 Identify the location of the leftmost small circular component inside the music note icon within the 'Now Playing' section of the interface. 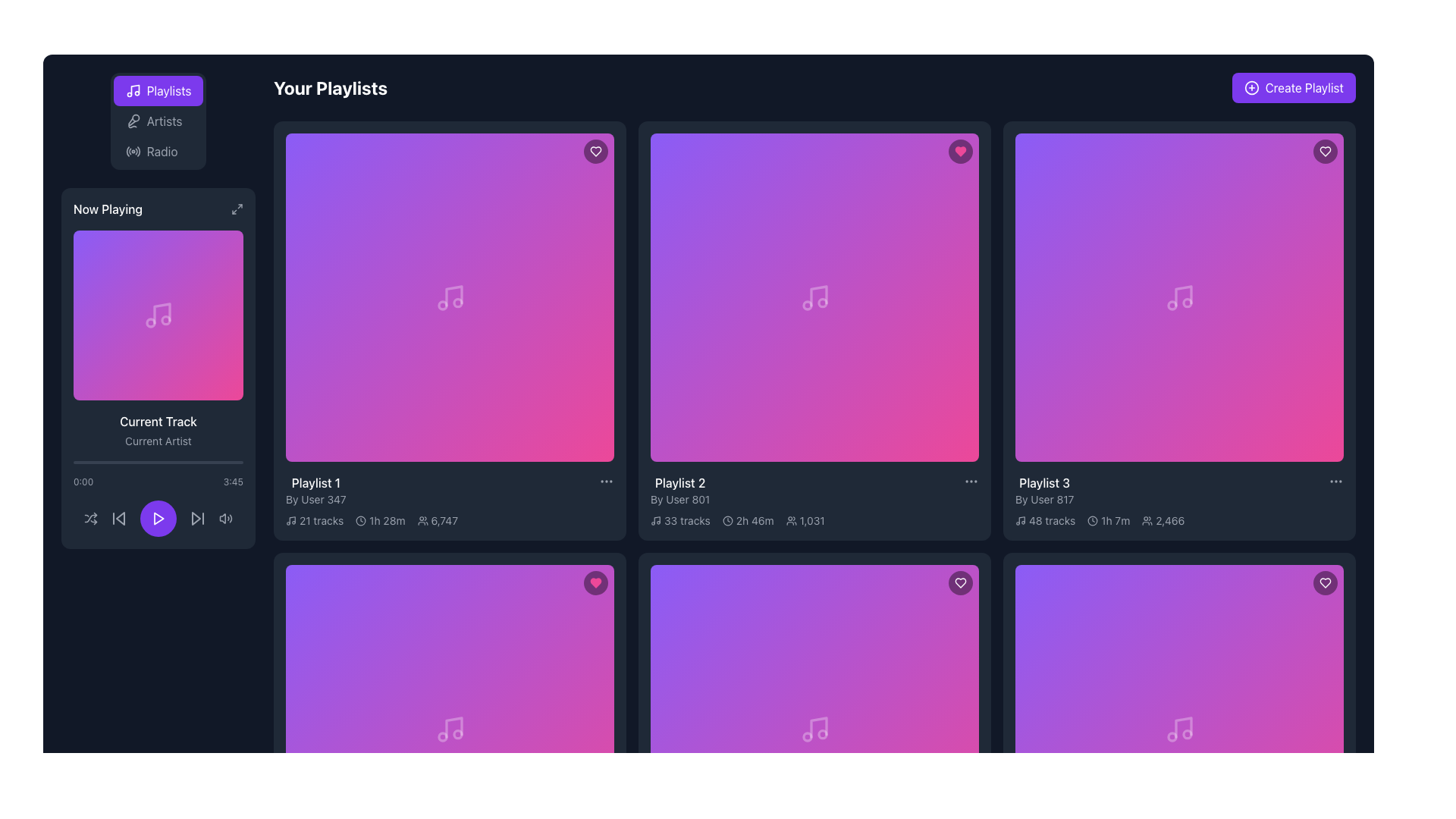
(150, 322).